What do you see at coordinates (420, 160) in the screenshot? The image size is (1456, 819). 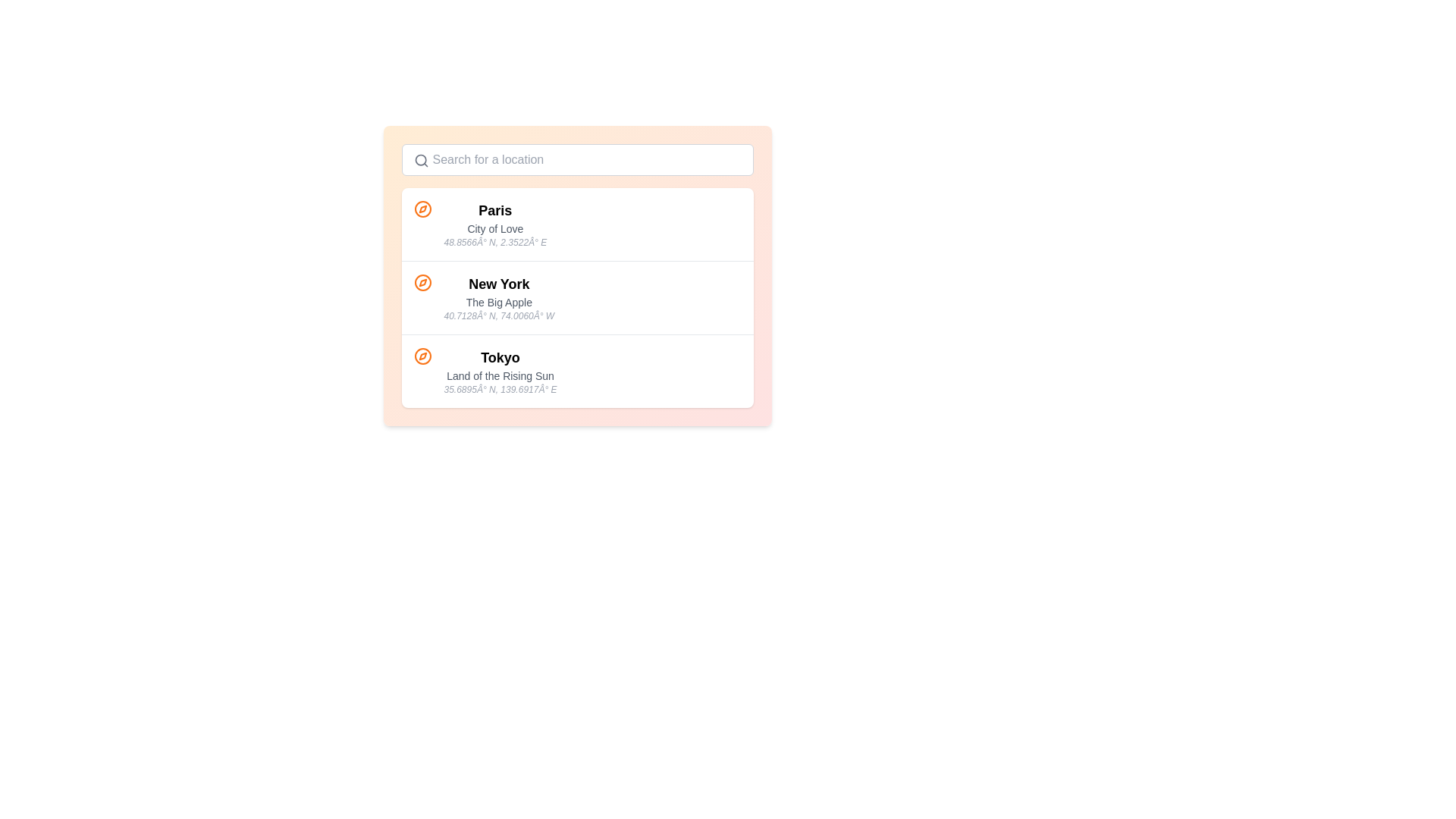 I see `the central circular part of the magnifying glass icon, which represents search functionality, located at the left of the search bar` at bounding box center [420, 160].